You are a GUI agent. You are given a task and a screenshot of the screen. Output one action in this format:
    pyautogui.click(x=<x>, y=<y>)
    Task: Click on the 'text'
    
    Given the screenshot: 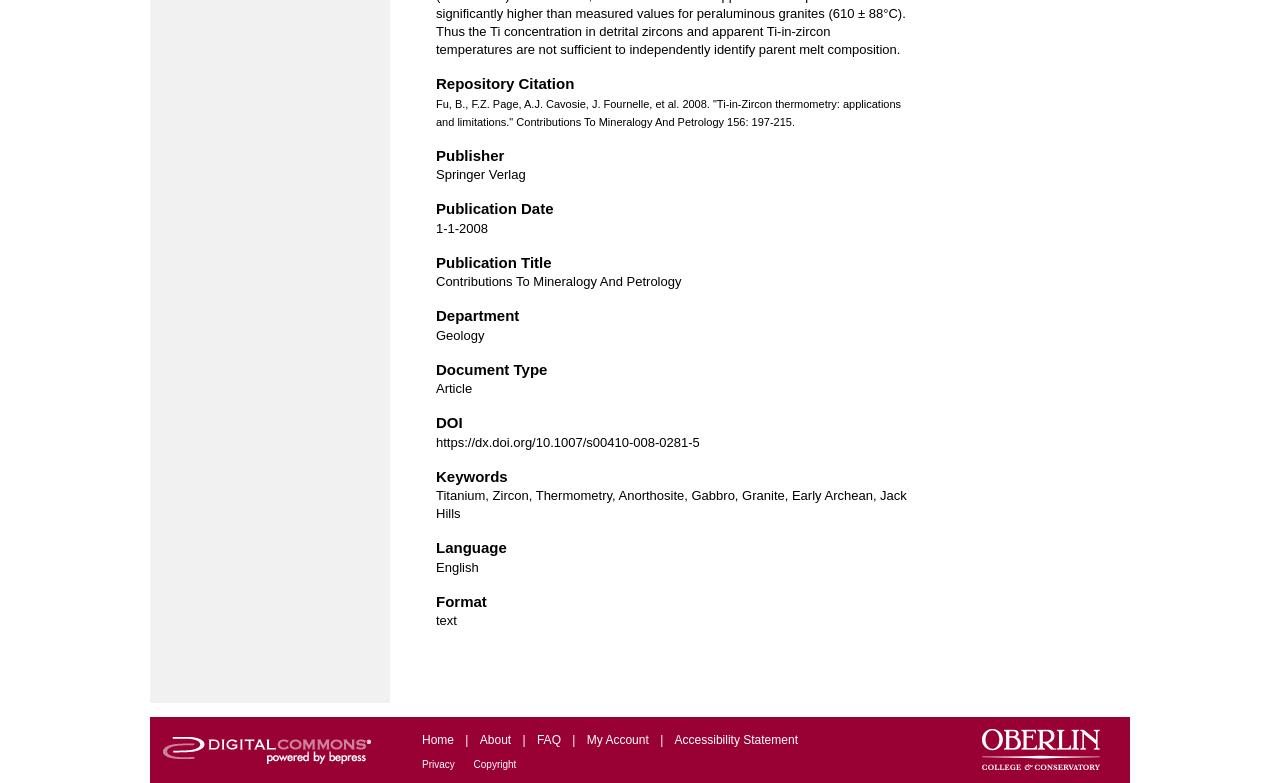 What is the action you would take?
    pyautogui.click(x=444, y=619)
    